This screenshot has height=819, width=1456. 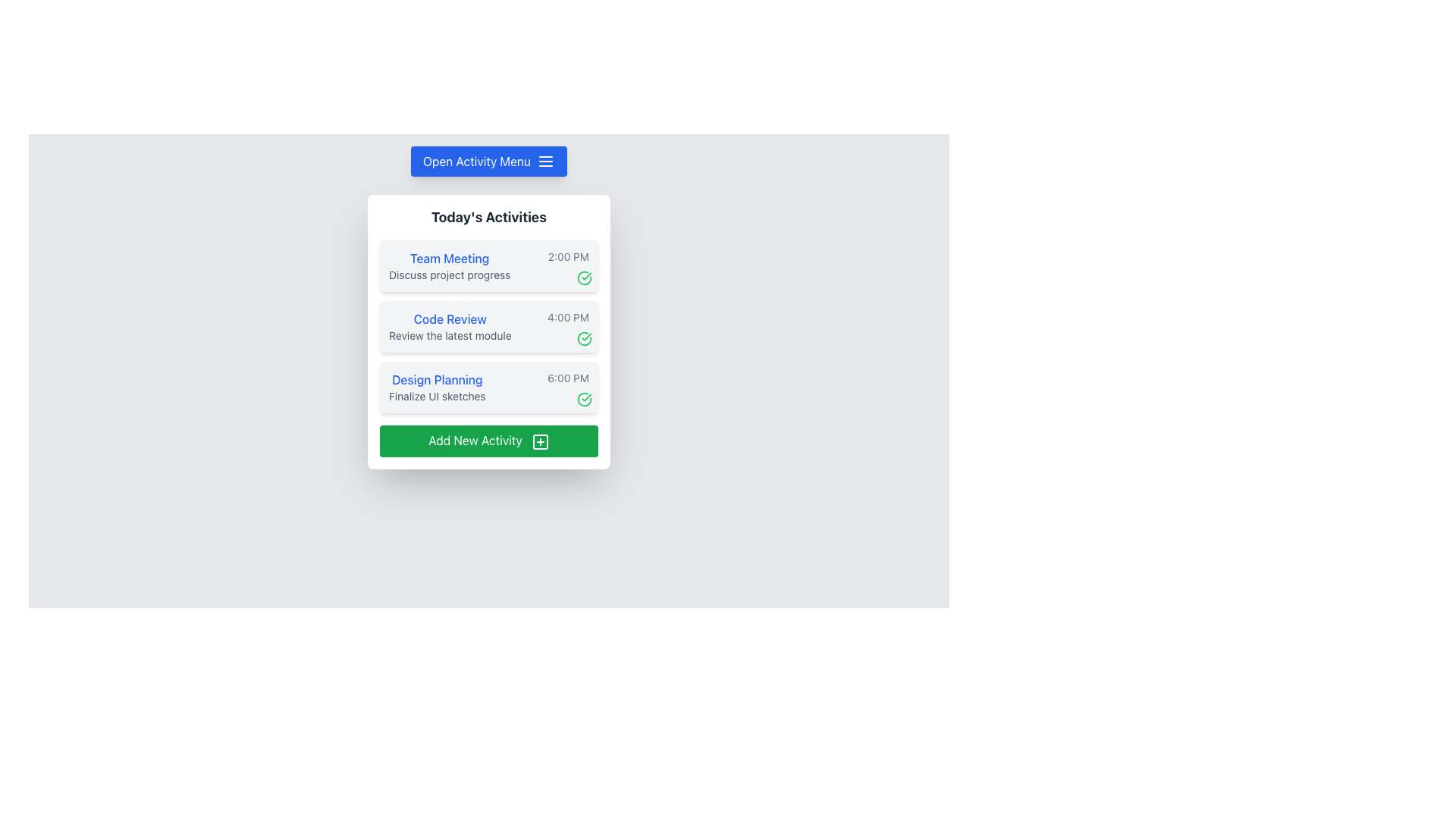 I want to click on the square-shaped icon with a plus sign (+) in the center, located within the green 'Add New Activity' button at the bottom of the white card, so click(x=540, y=441).